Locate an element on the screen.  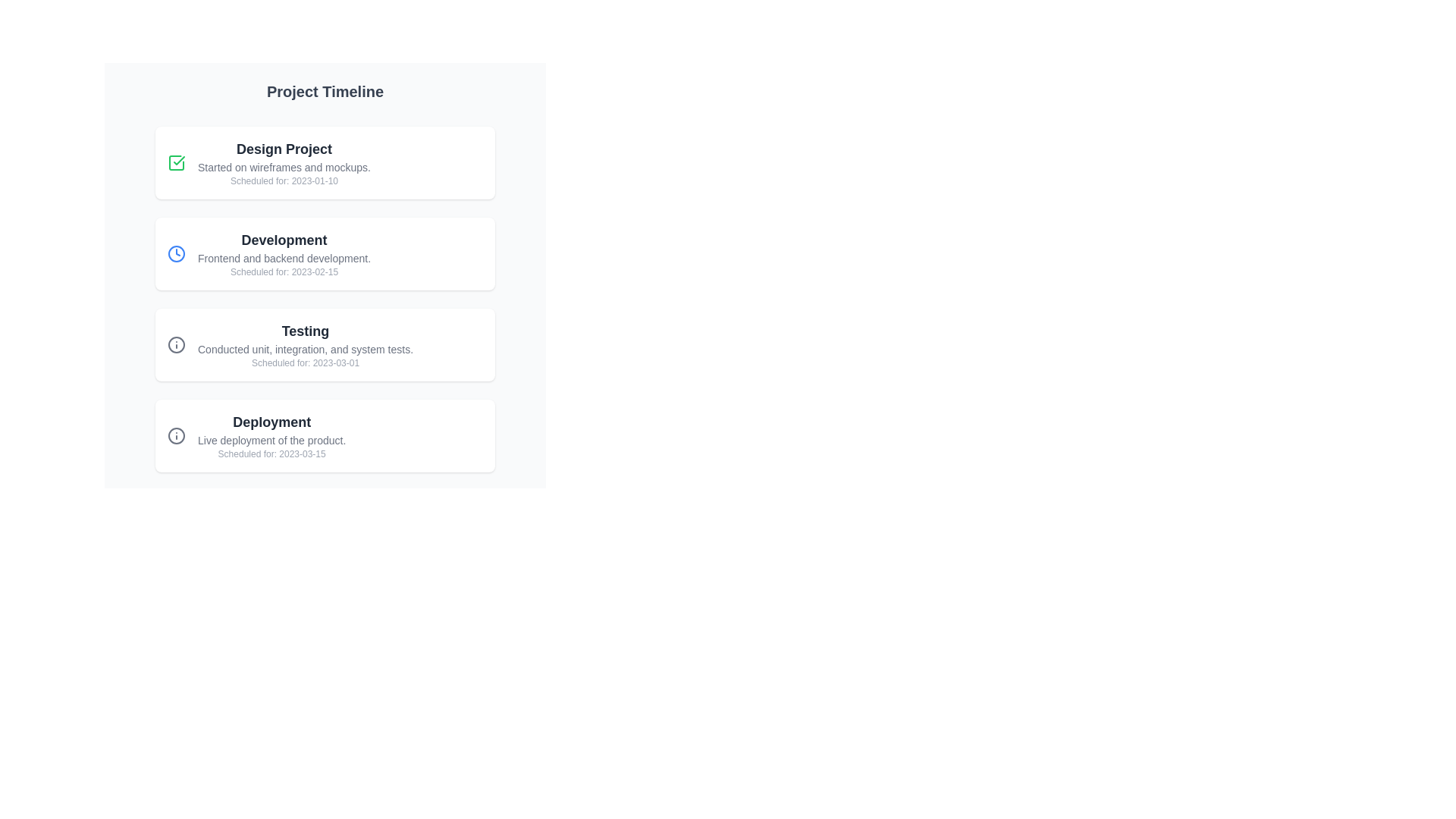
the clock face icon represented by a circle, which is adjacent to the 'Development' task text is located at coordinates (177, 253).